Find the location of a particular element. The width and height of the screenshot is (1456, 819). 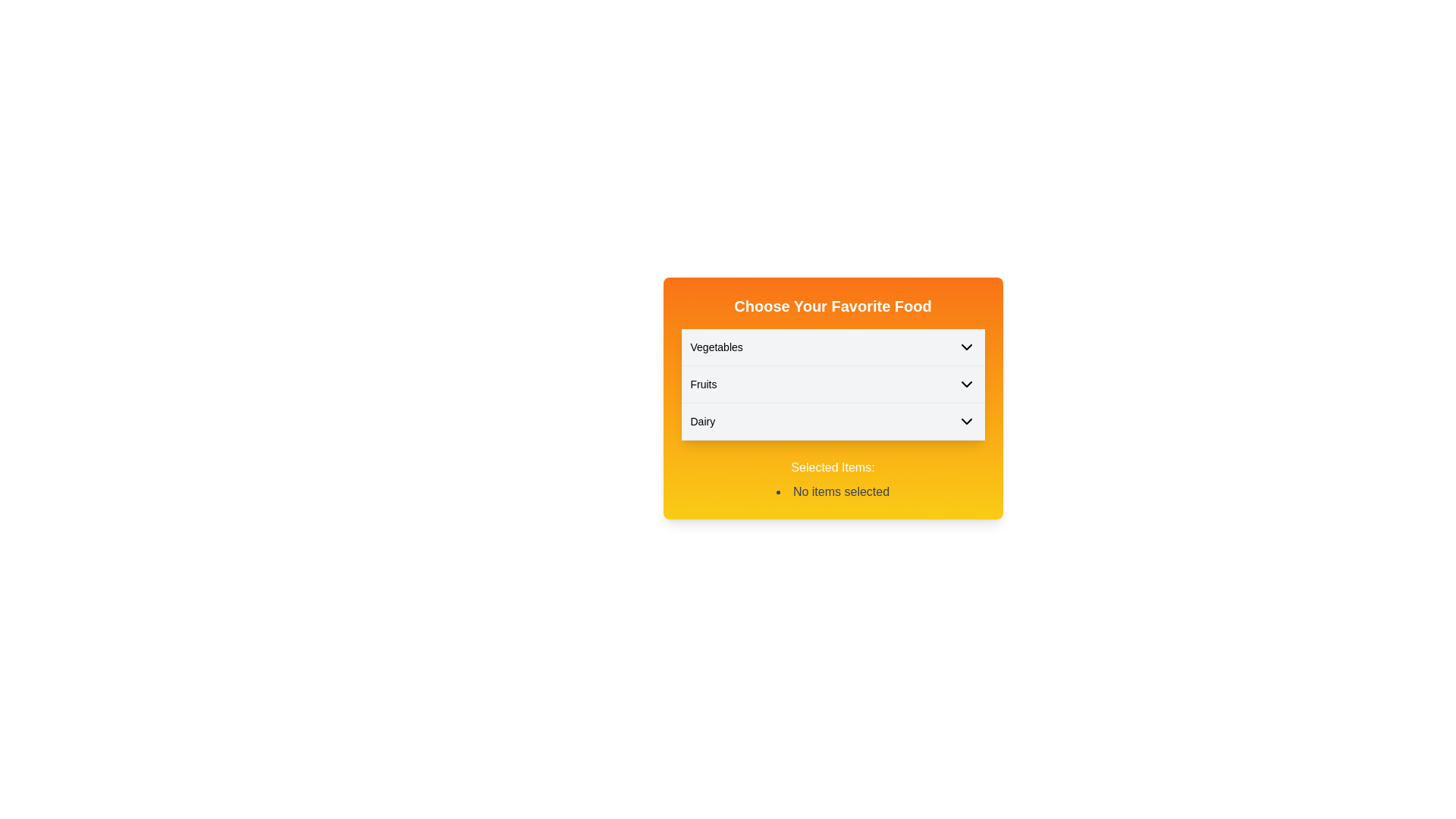

the downward-pointing chevron icon located to the far right of the 'Fruits' label is located at coordinates (965, 383).